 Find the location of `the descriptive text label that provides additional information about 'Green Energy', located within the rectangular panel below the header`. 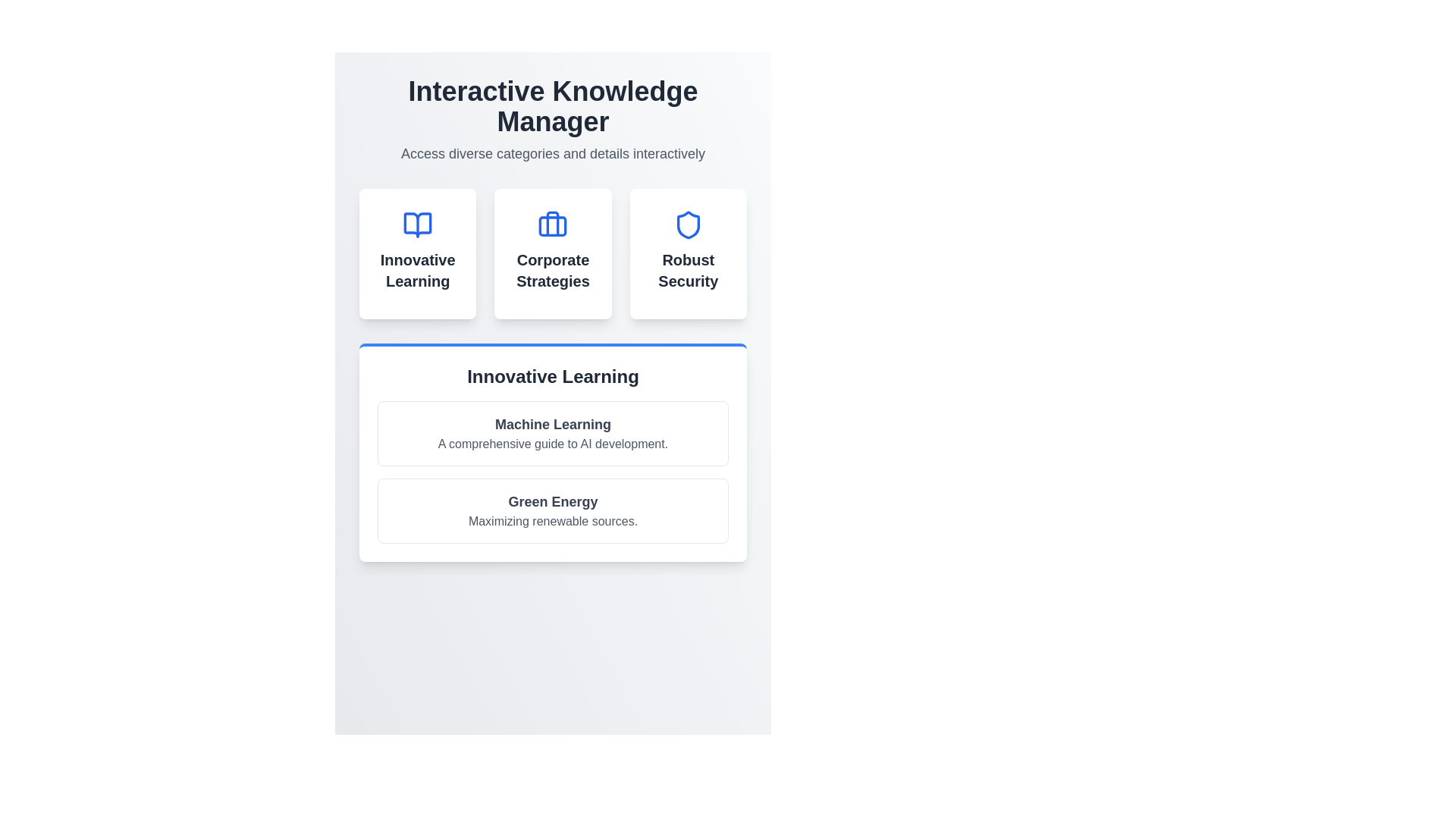

the descriptive text label that provides additional information about 'Green Energy', located within the rectangular panel below the header is located at coordinates (552, 520).